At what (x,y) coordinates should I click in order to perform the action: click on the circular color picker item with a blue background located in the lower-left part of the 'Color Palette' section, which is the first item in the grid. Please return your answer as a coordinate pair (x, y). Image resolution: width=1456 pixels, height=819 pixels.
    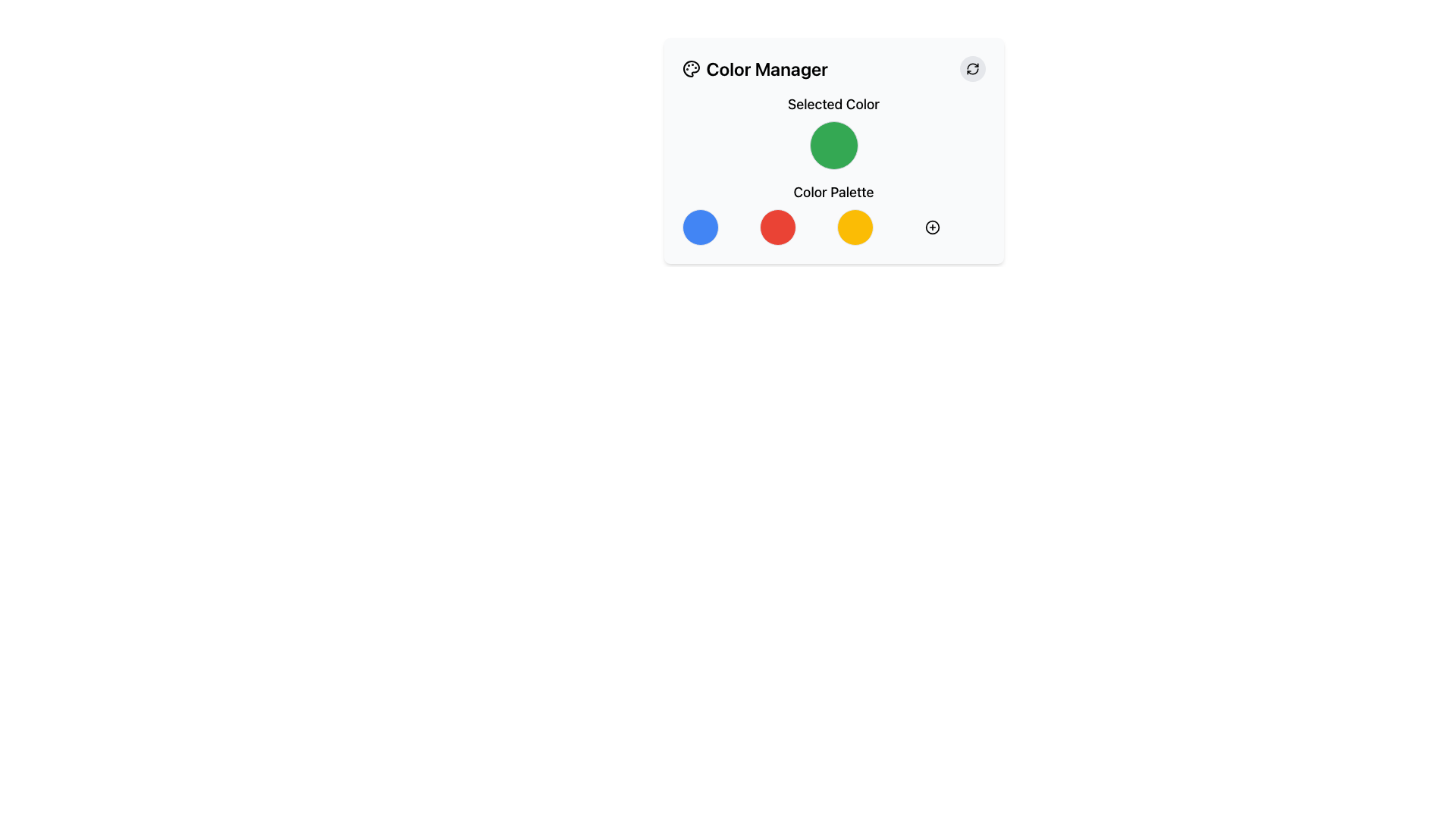
    Looking at the image, I should click on (699, 227).